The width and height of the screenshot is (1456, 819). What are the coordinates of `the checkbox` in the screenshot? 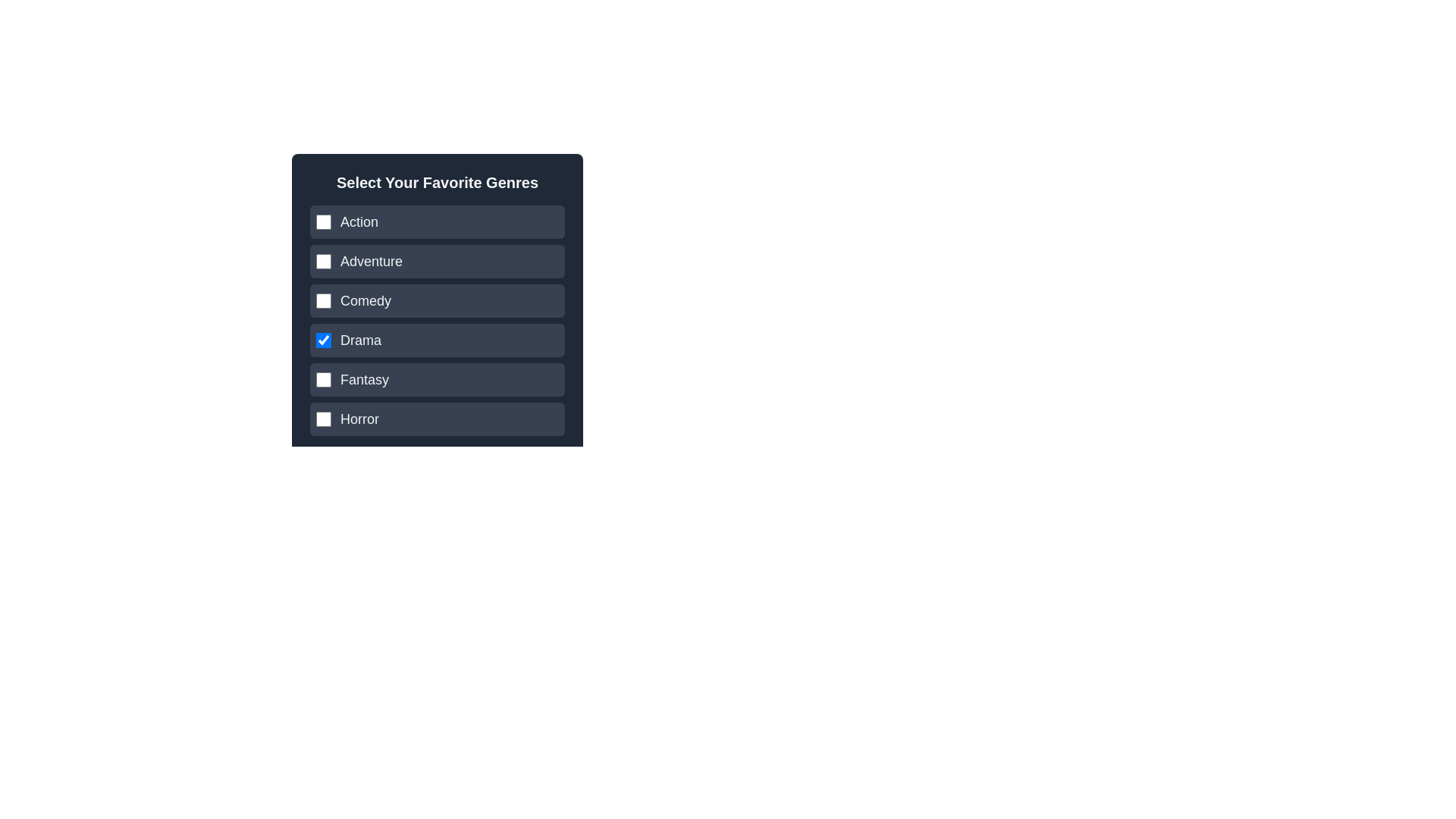 It's located at (436, 419).